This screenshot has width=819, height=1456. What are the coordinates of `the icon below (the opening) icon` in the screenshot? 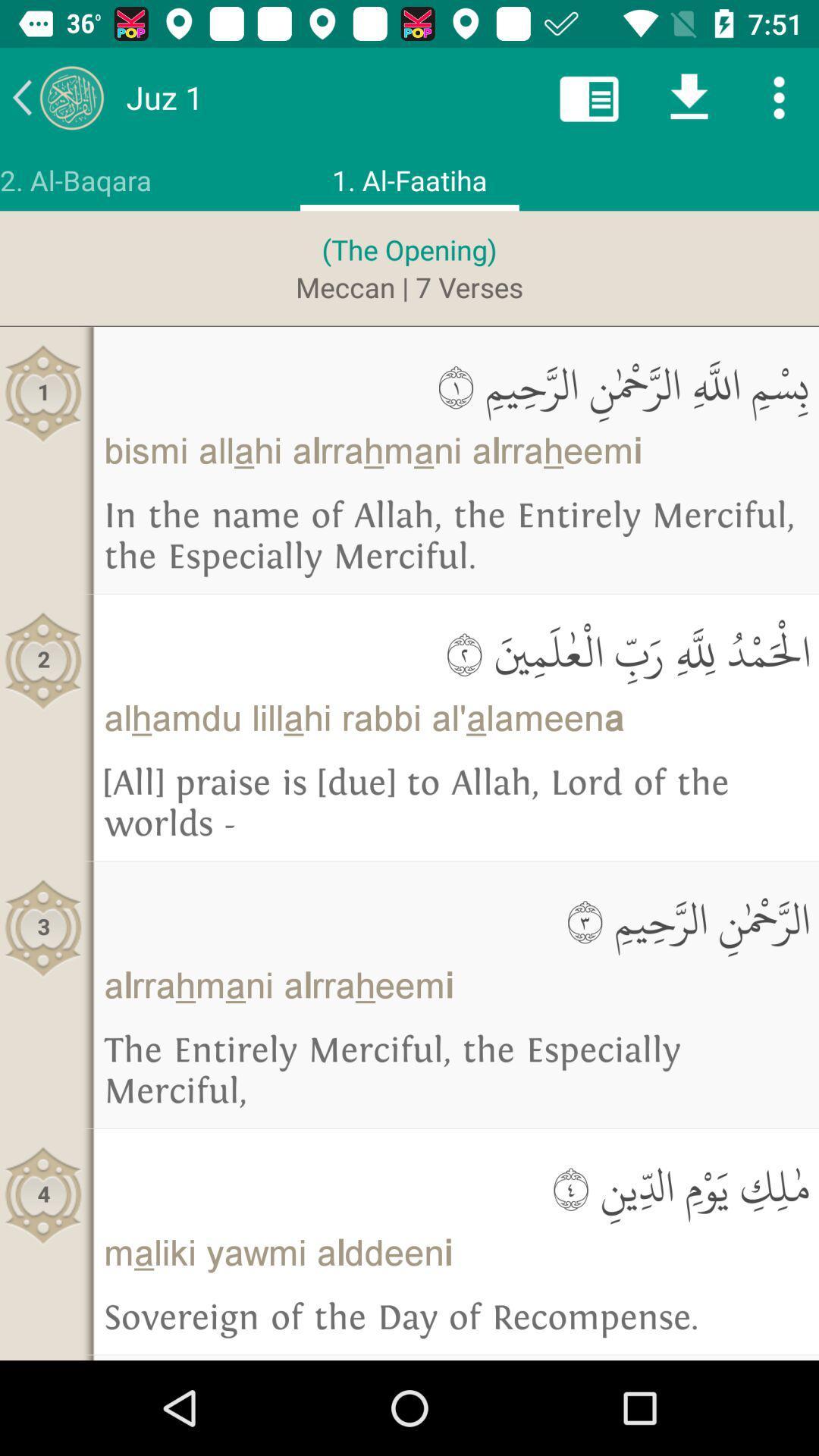 It's located at (409, 287).